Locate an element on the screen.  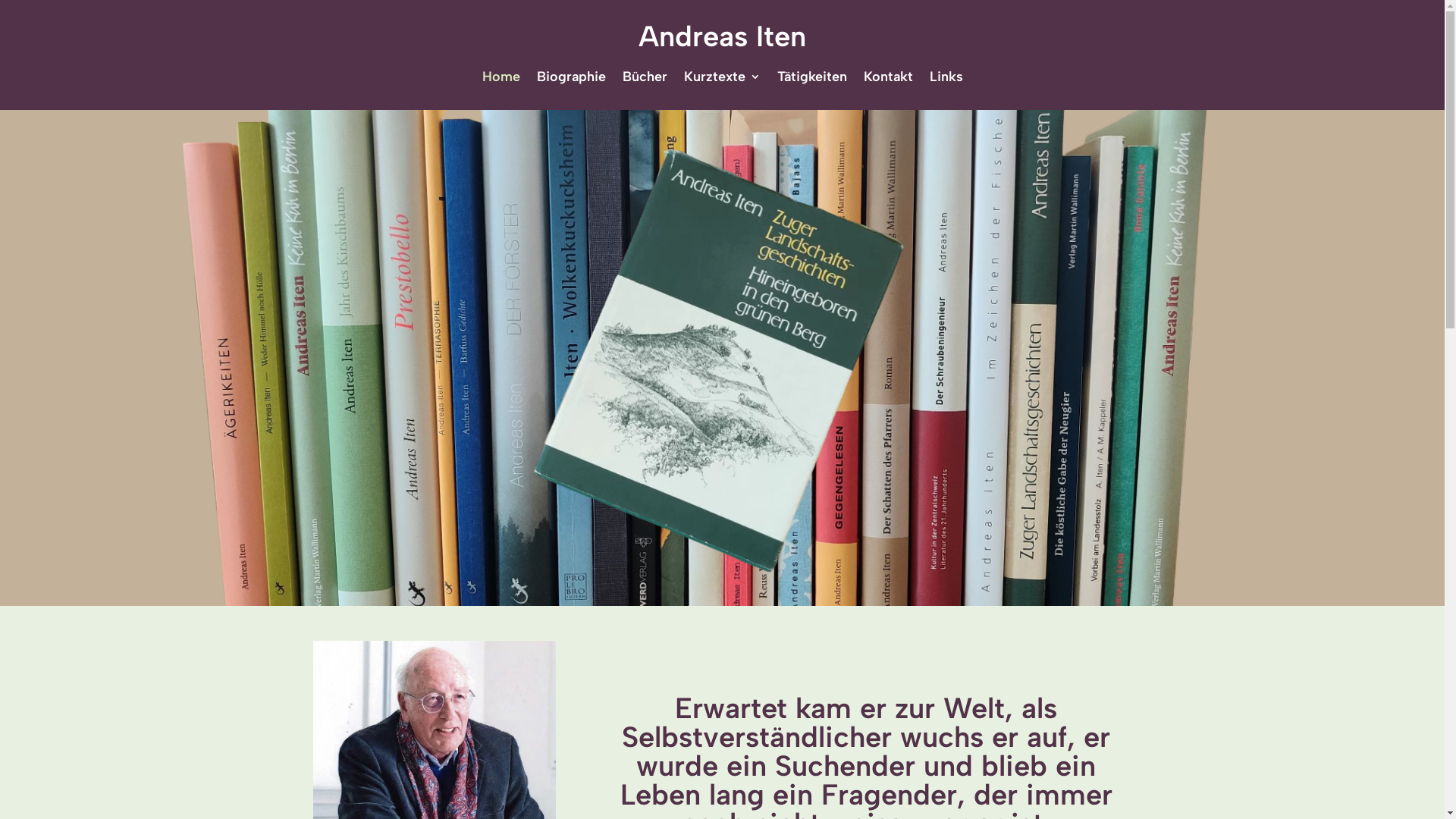
'Links' is located at coordinates (946, 79).